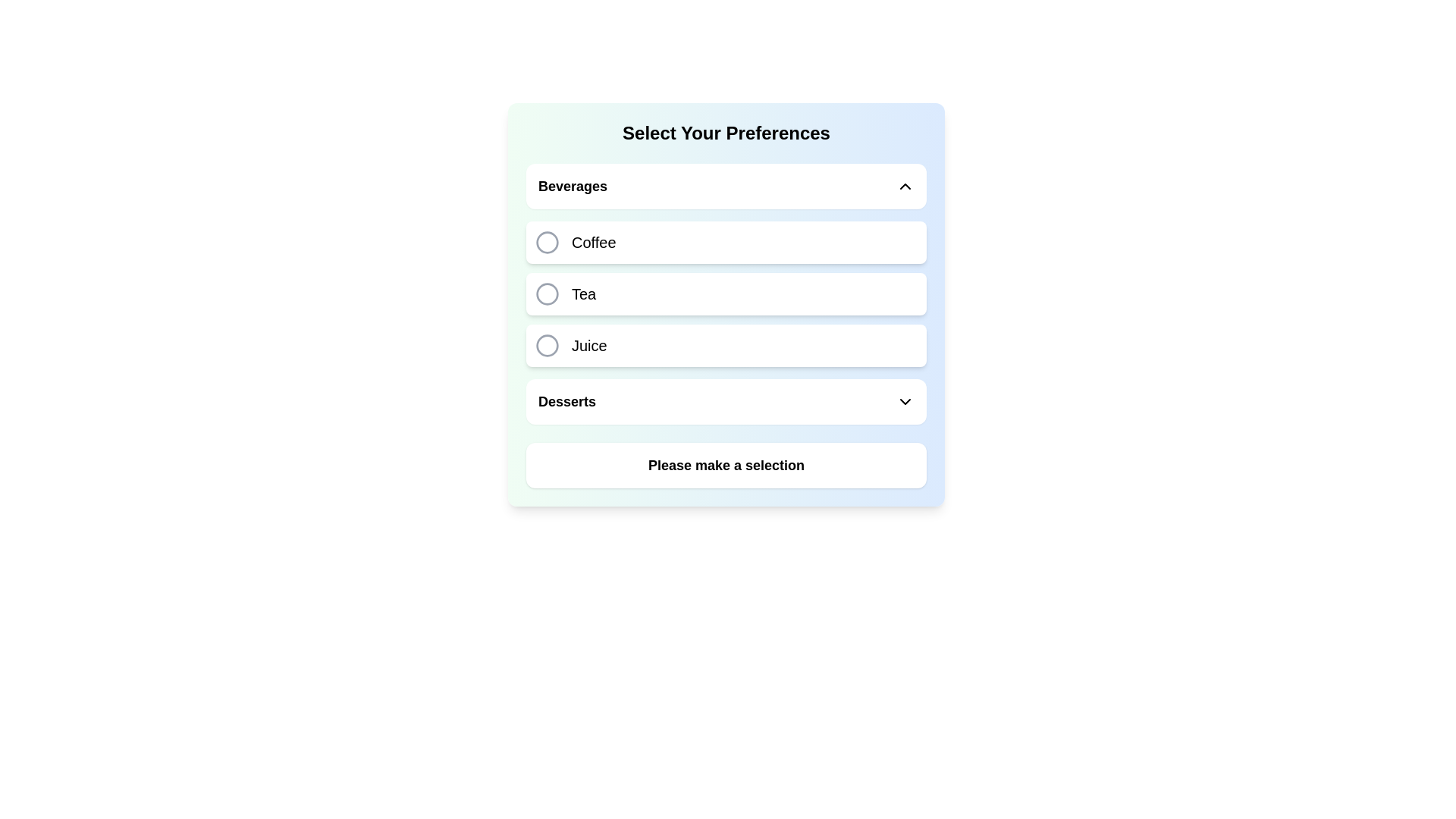  What do you see at coordinates (726, 400) in the screenshot?
I see `the 'Desserts' dropdown menu located below the 'Coffee', 'Tea', and 'Juice' options` at bounding box center [726, 400].